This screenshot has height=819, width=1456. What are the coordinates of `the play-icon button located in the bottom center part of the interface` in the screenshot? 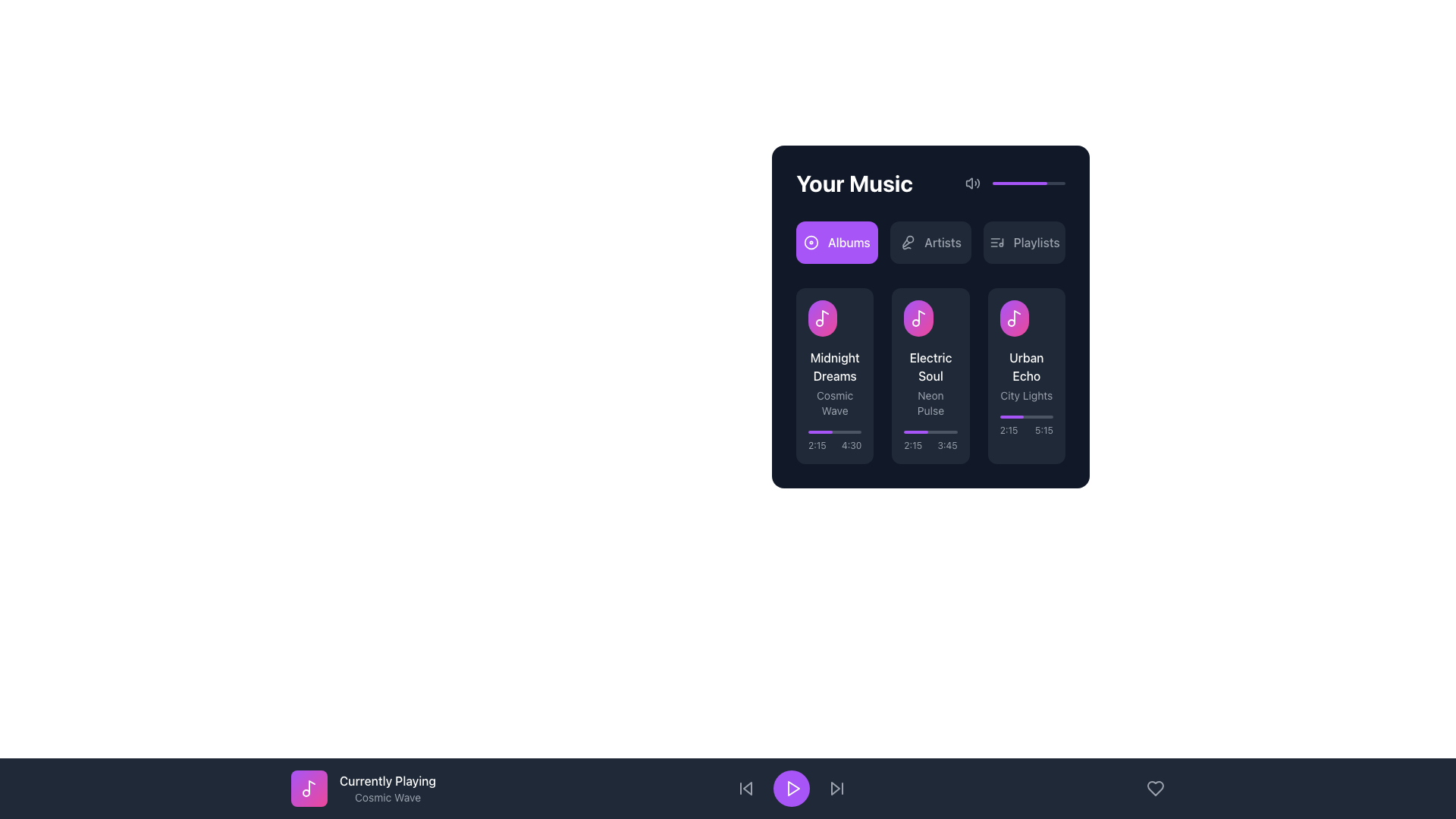 It's located at (792, 788).